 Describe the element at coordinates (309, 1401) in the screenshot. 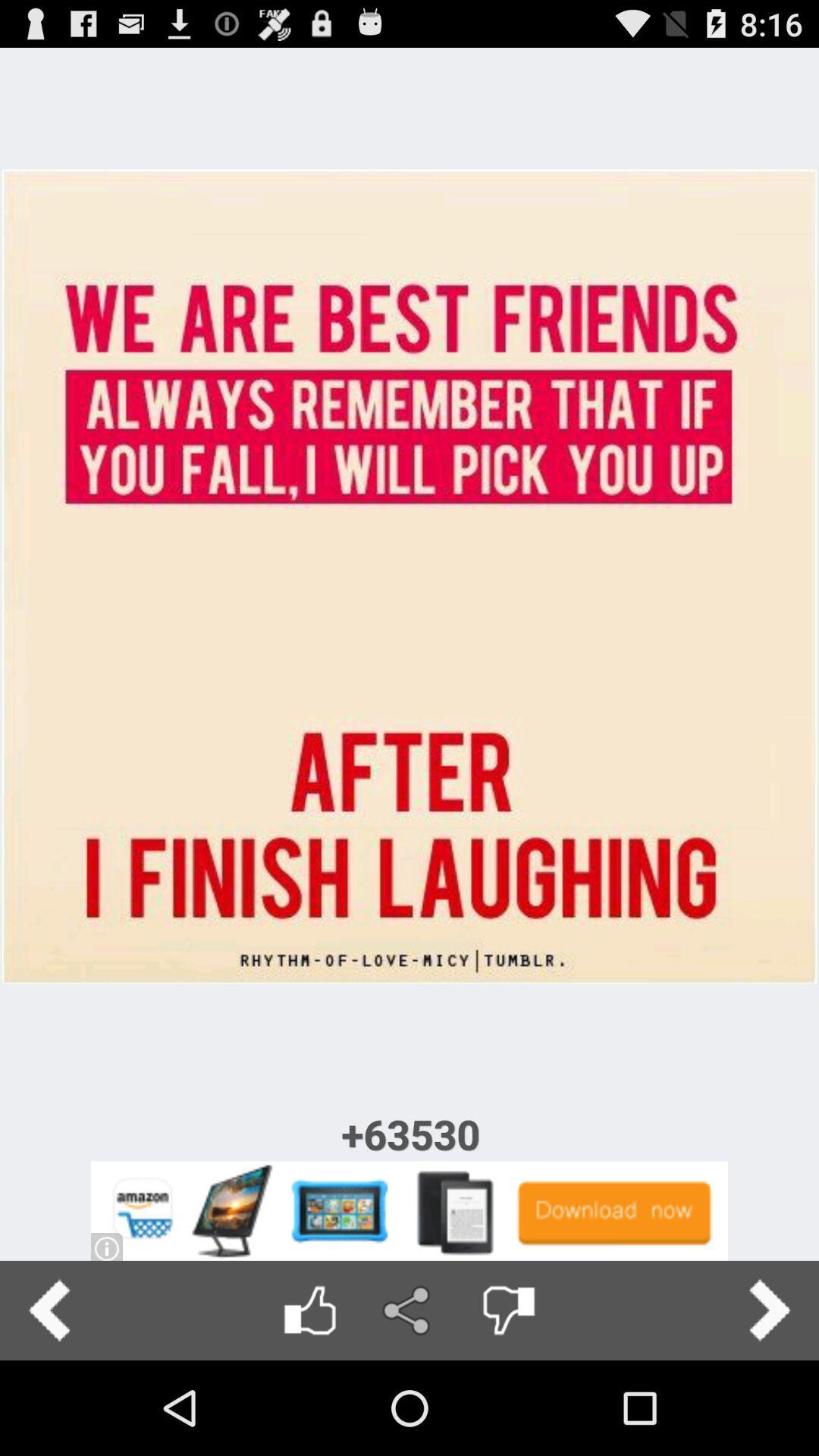

I see `the thumbs_up icon` at that location.